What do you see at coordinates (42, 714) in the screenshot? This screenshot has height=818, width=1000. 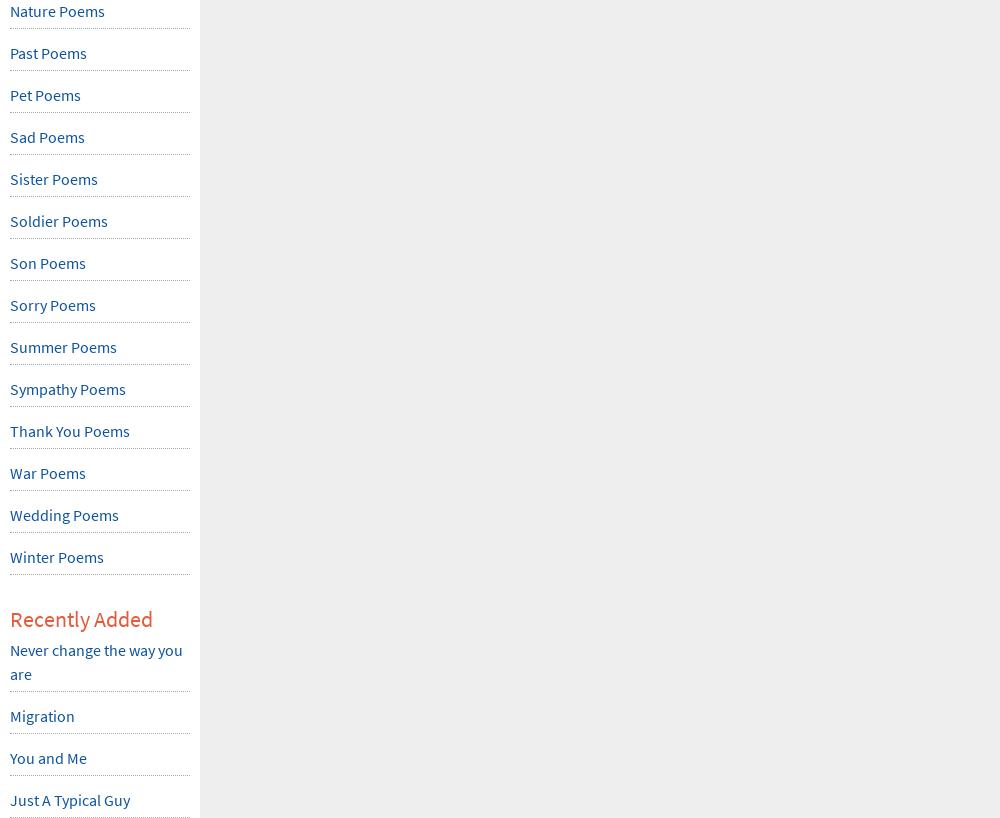 I see `'Migration'` at bounding box center [42, 714].